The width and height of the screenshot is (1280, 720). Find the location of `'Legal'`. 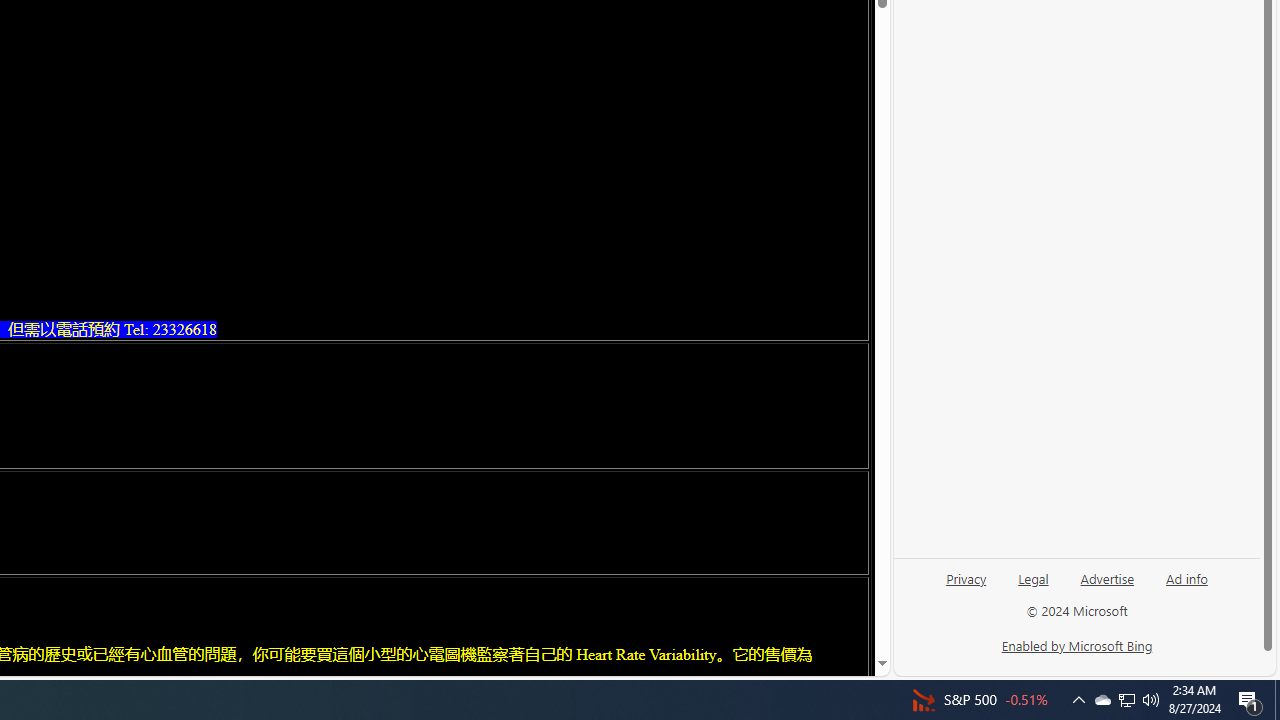

'Legal' is located at coordinates (1033, 585).